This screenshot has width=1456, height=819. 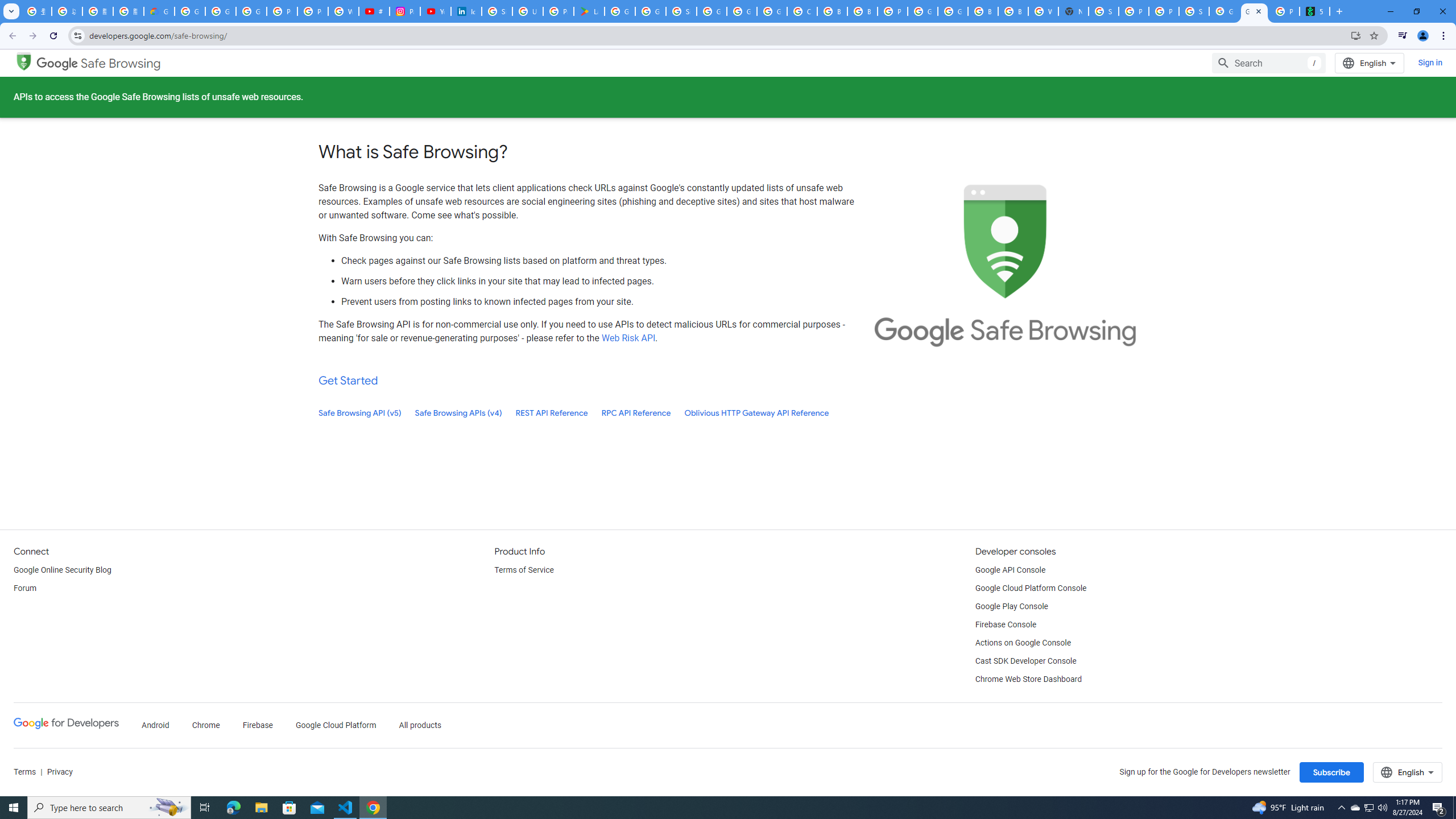 I want to click on 'Subscribe', so click(x=1331, y=772).